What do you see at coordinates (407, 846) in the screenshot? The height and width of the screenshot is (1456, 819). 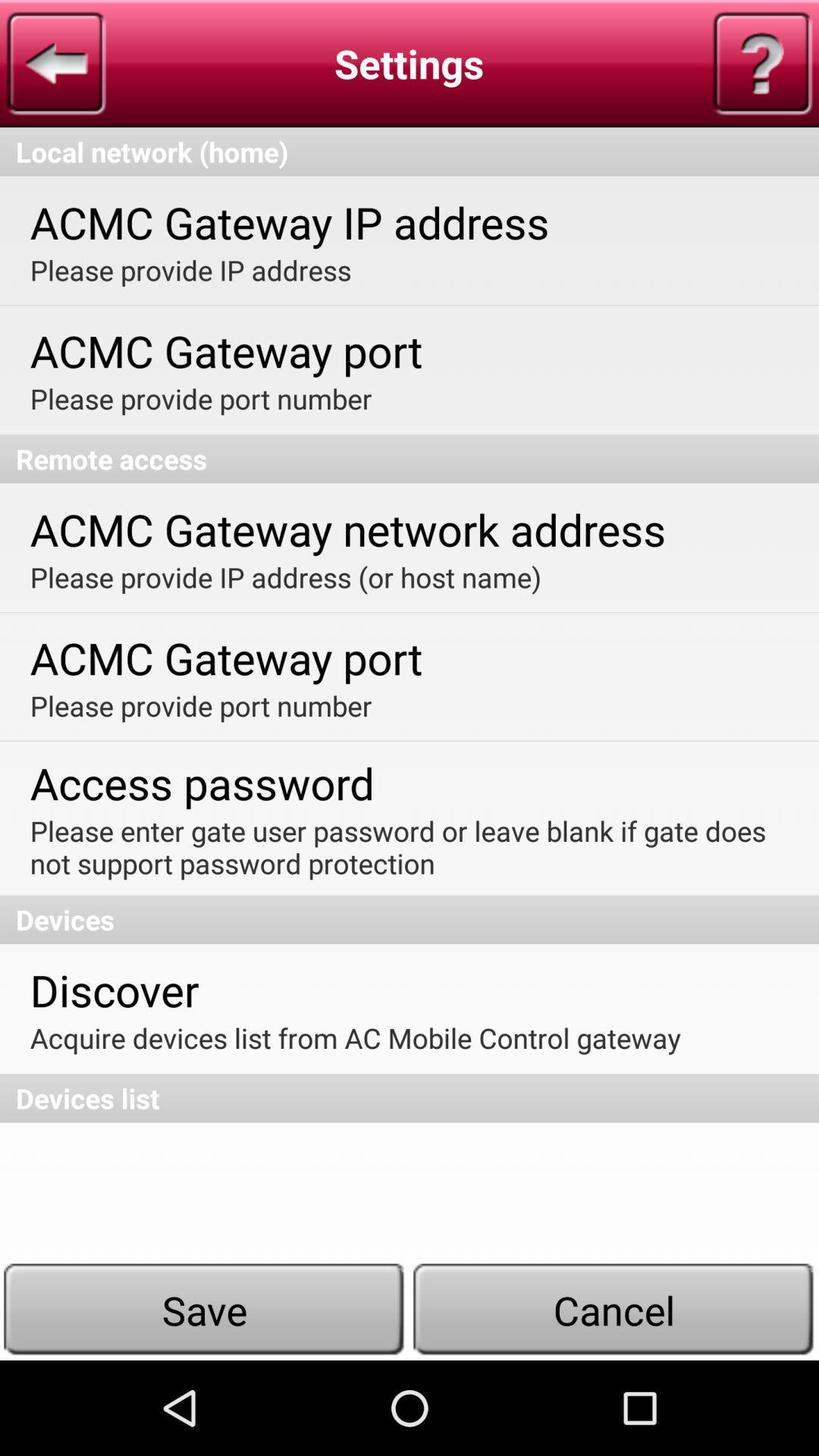 I see `the app below access password icon` at bounding box center [407, 846].